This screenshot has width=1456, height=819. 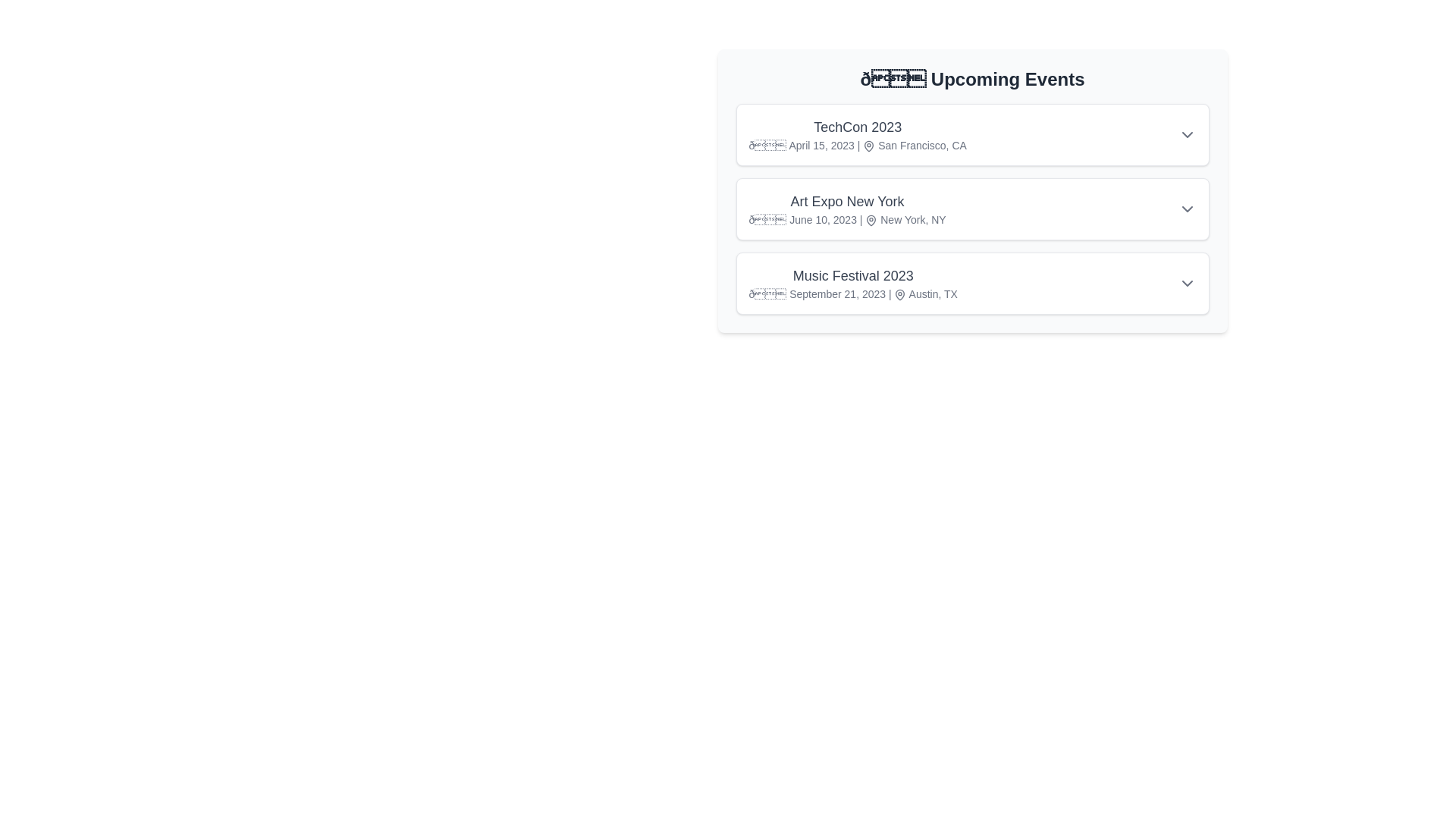 I want to click on the location icon for the event titled 'Music Festival 2023', so click(x=900, y=295).